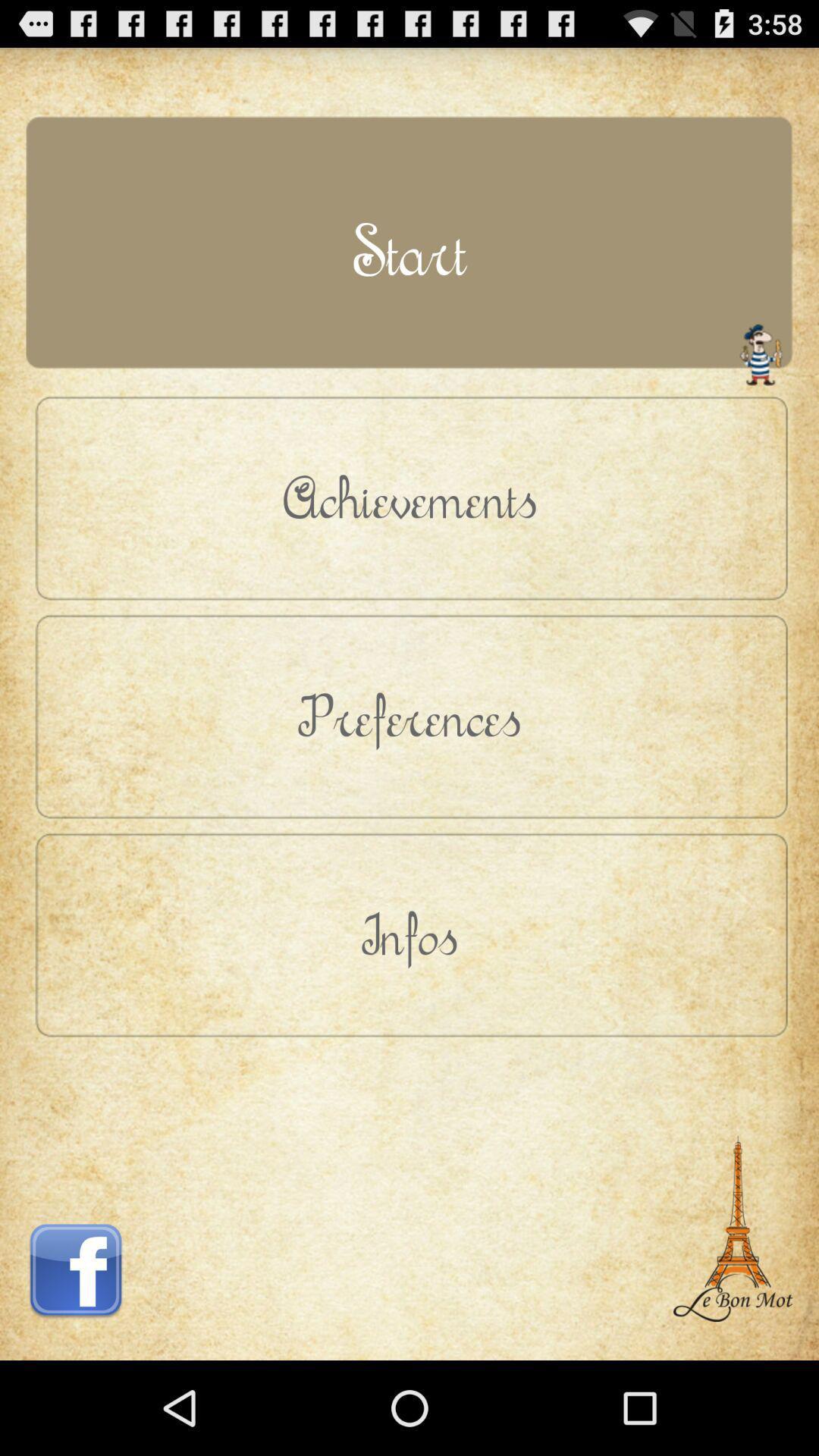 This screenshot has width=819, height=1456. I want to click on item at the bottom right corner, so click(732, 1195).